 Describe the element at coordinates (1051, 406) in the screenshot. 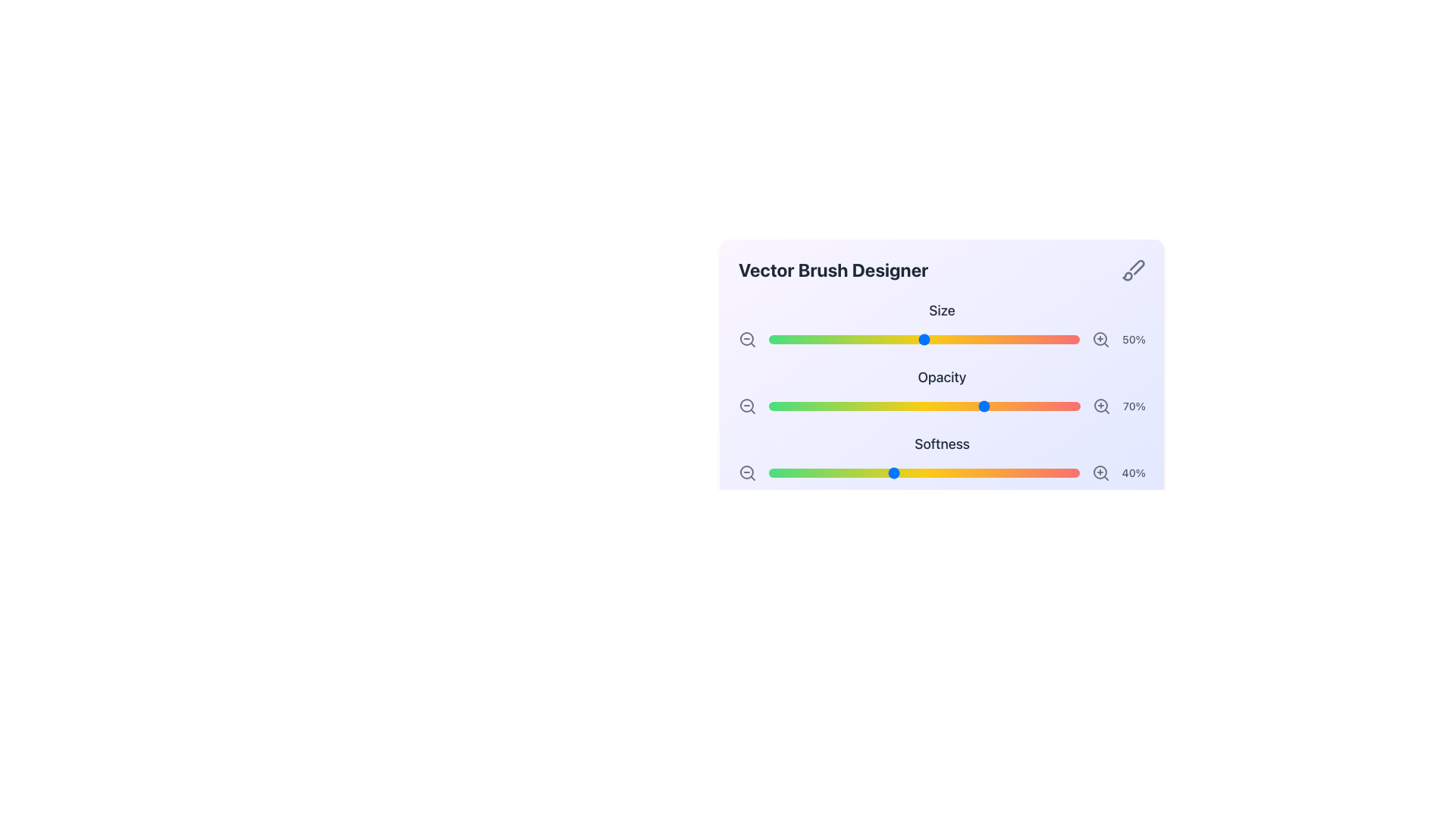

I see `opacity` at that location.